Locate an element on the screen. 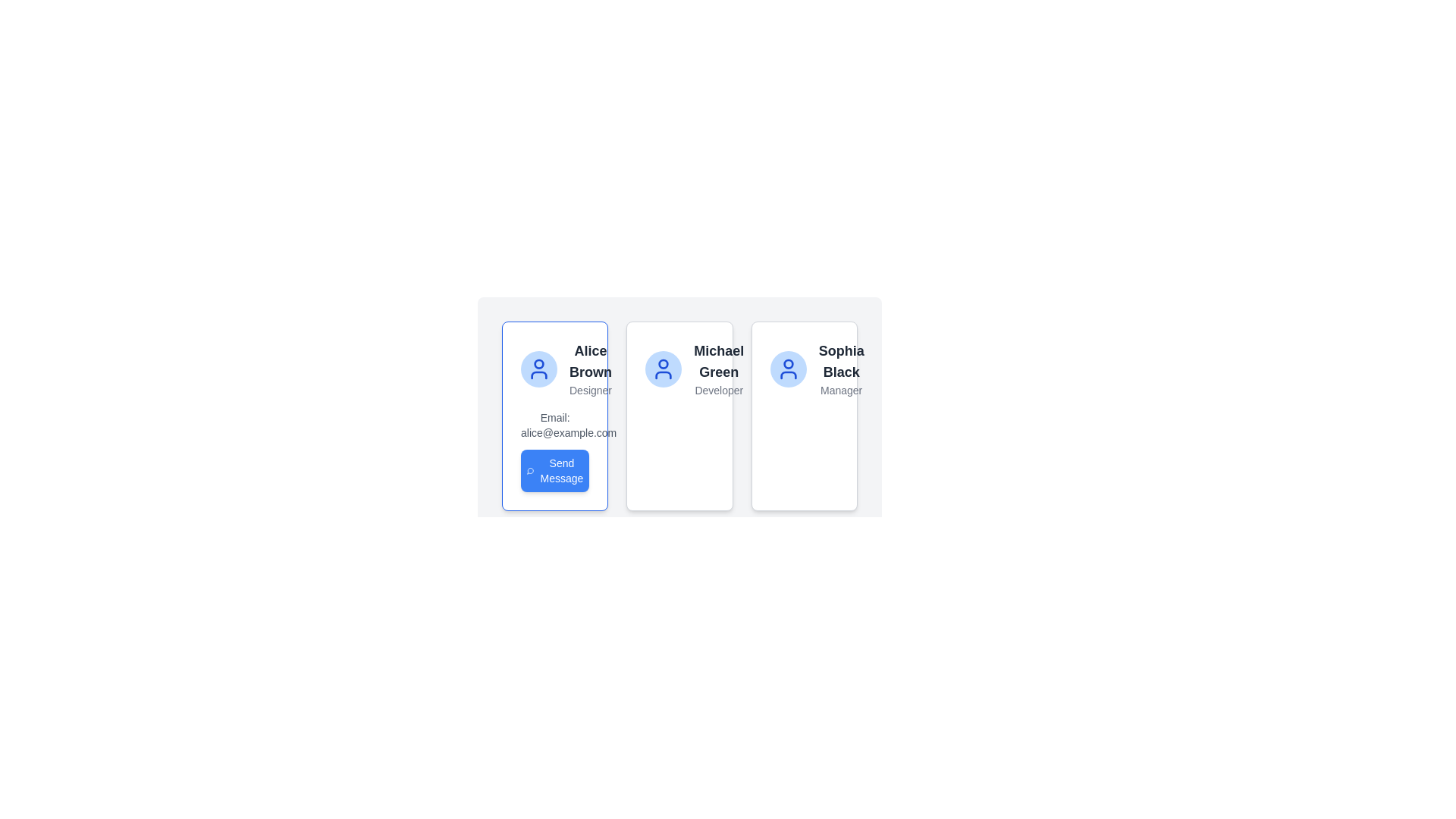 This screenshot has height=819, width=1456. the graphical icon placeholder, which is a circular icon with a light blue background and a dark blue user silhouette symbol, located at the top-left of Alice Brown's profile card is located at coordinates (538, 369).